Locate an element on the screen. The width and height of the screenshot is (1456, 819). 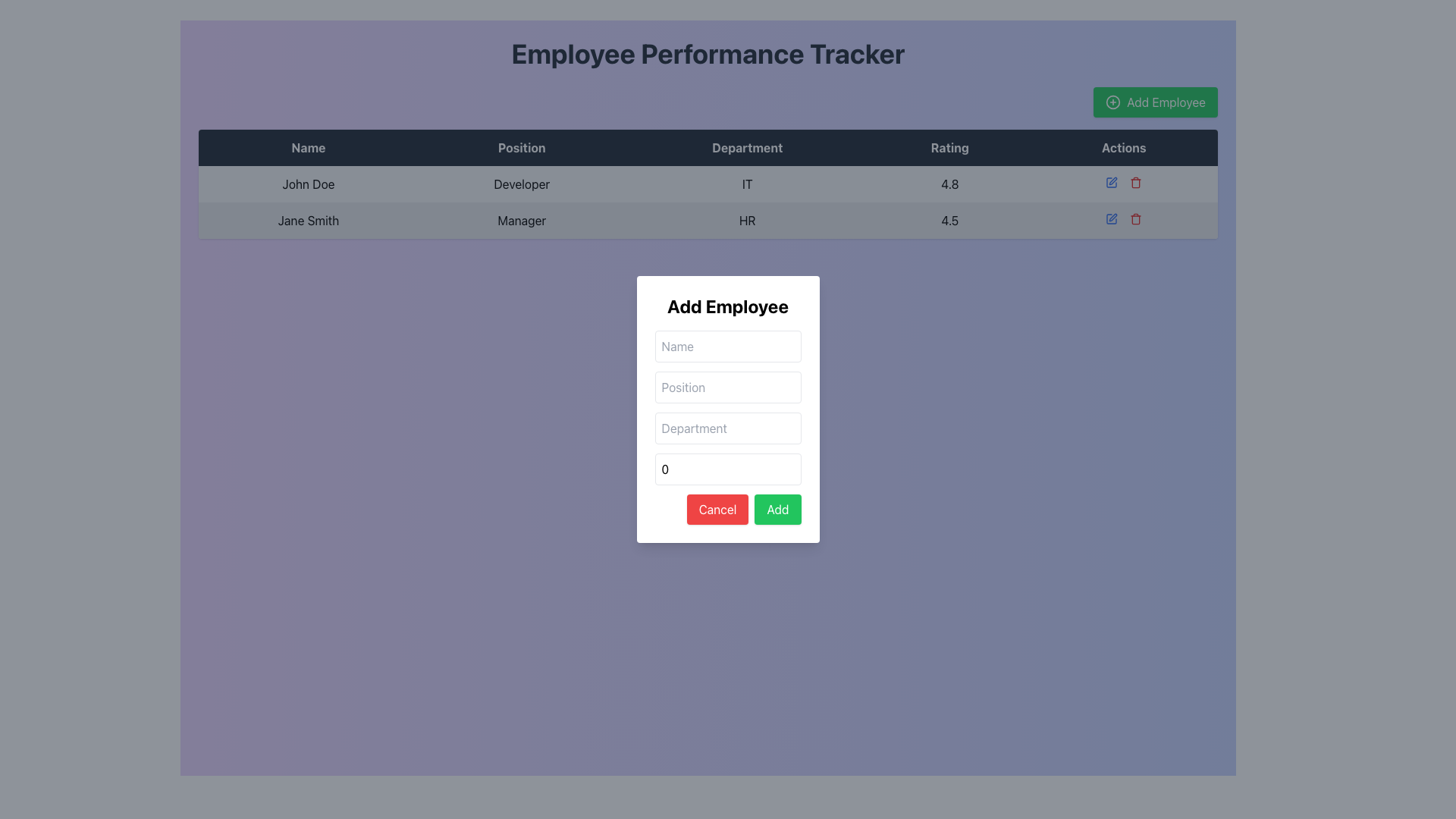
the 'Cancel' button, which is a rectangular button with a red background and white text, located in the bottom-right section of the 'Add Employee' dialog box is located at coordinates (728, 509).